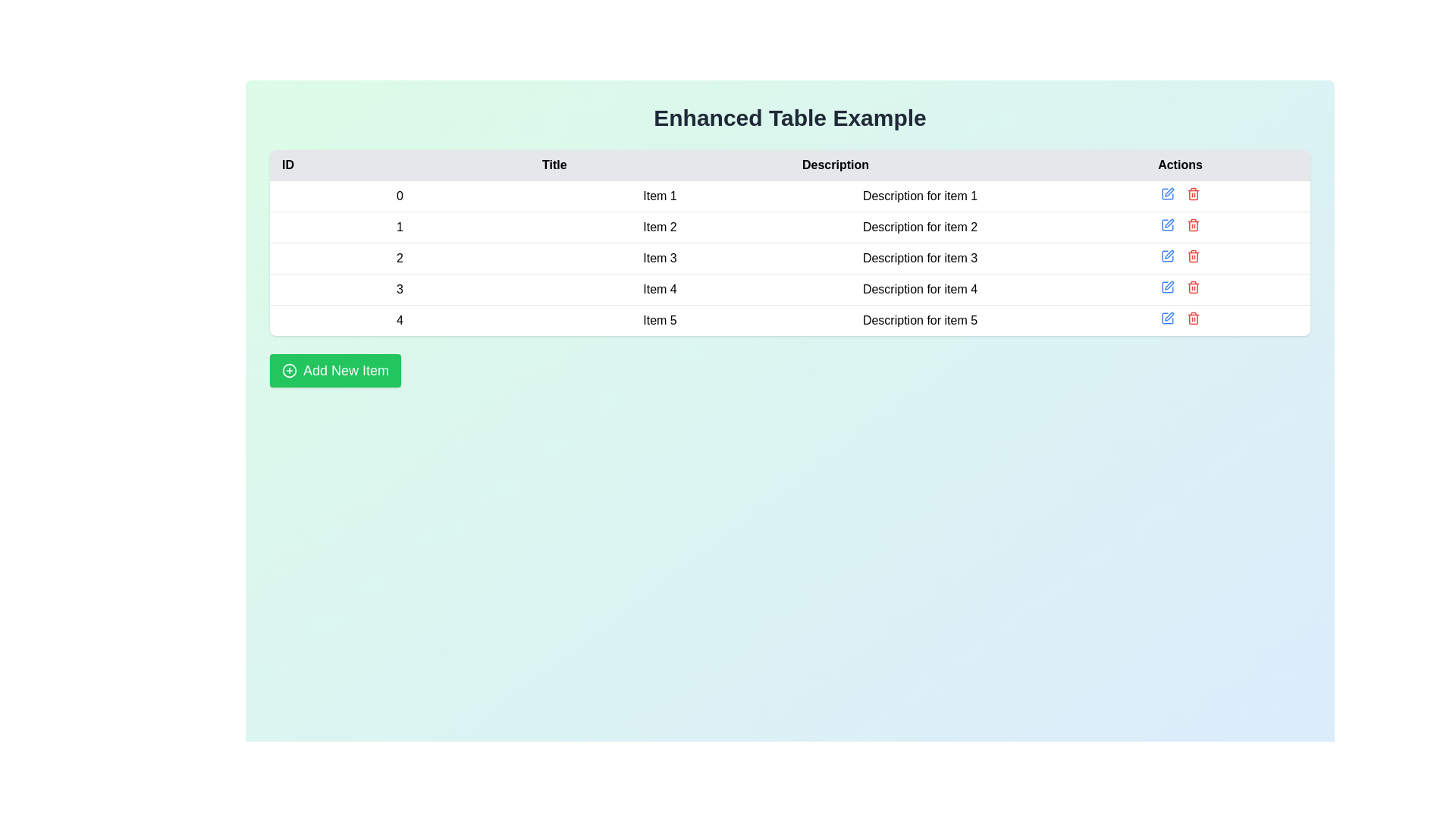 The width and height of the screenshot is (1456, 819). What do you see at coordinates (919, 227) in the screenshot?
I see `the static text label located in the second row of the table under the 'Description' column, which provides additional details about the item represented in that row` at bounding box center [919, 227].